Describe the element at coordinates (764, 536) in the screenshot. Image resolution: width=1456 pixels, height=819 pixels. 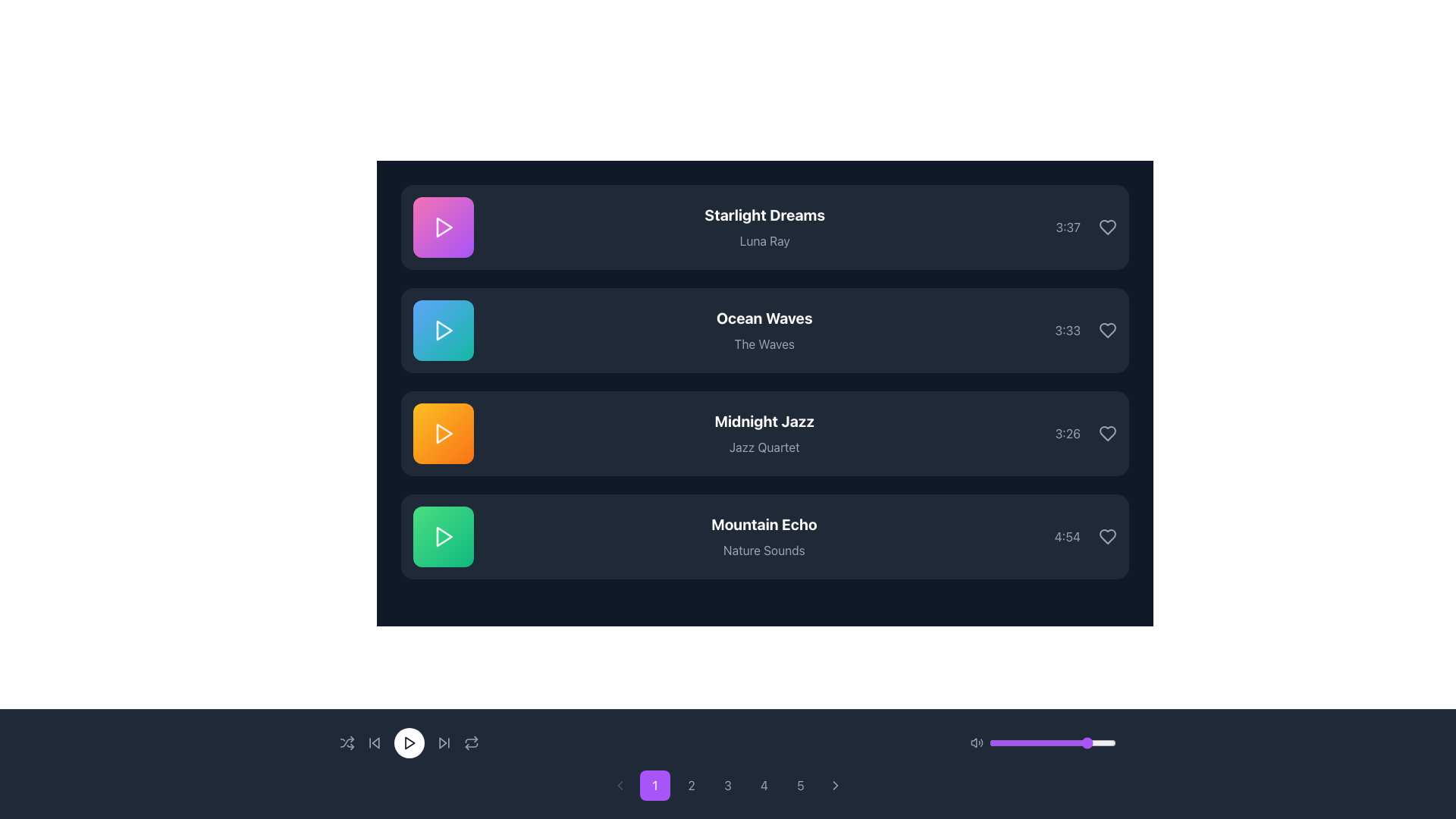
I see `the 'Mountain Echo' text display element, which features a bold white title and a gray subtitle, located centrally in the fourth row of a structured menu layout` at that location.